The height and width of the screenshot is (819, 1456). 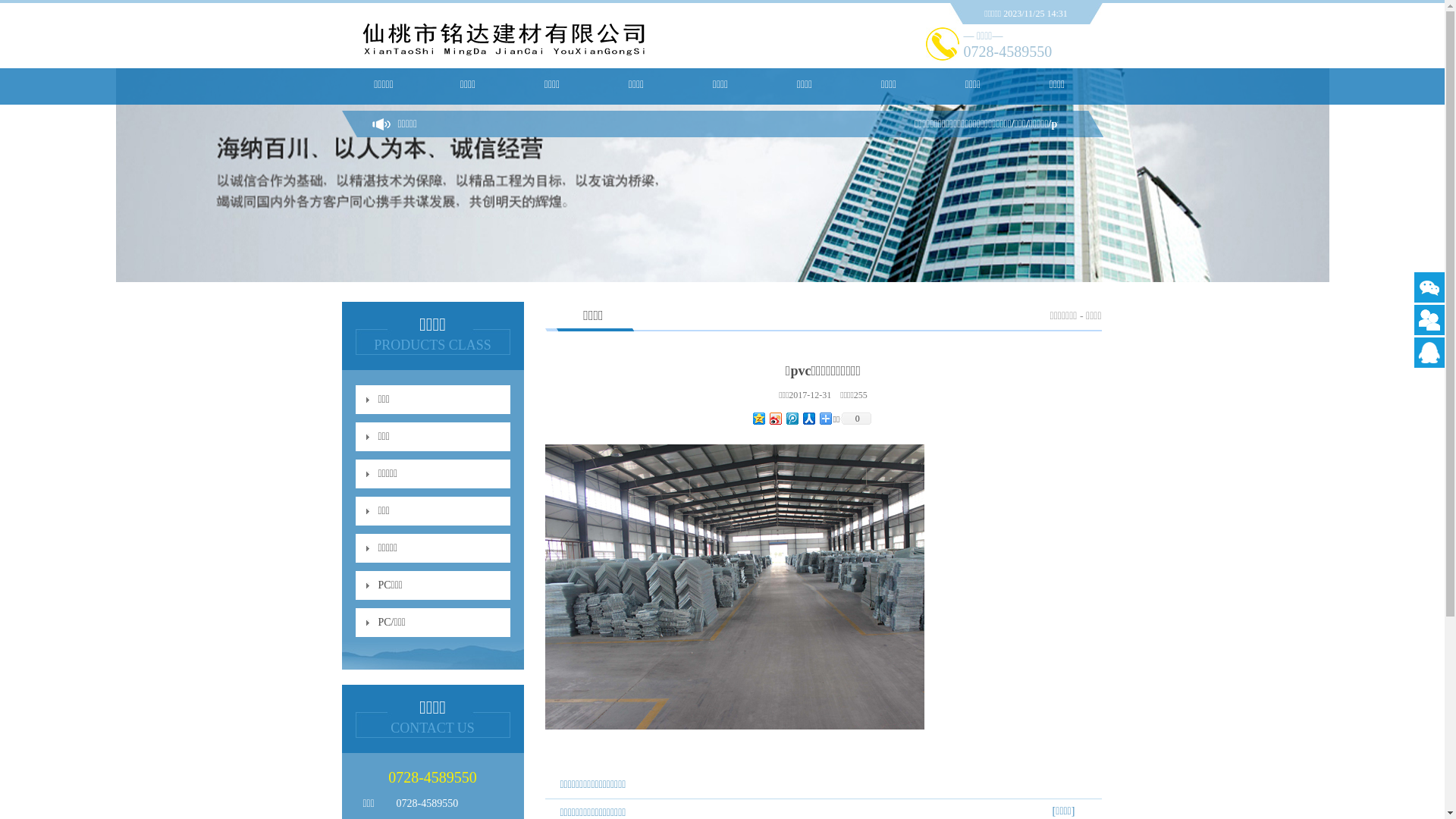 I want to click on '0', so click(x=855, y=418).